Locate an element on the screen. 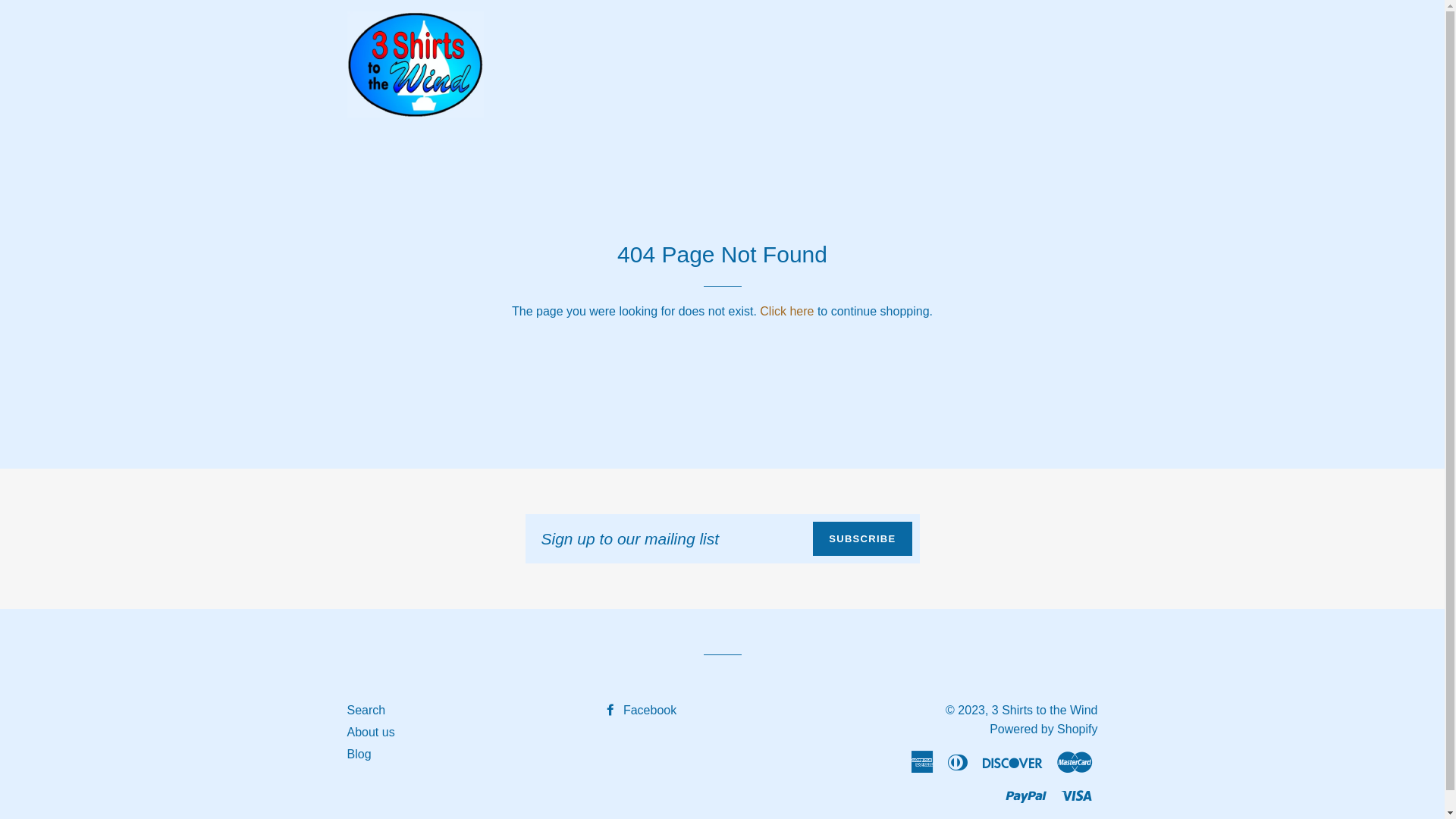 The image size is (1456, 819). 'Search' is located at coordinates (366, 710).